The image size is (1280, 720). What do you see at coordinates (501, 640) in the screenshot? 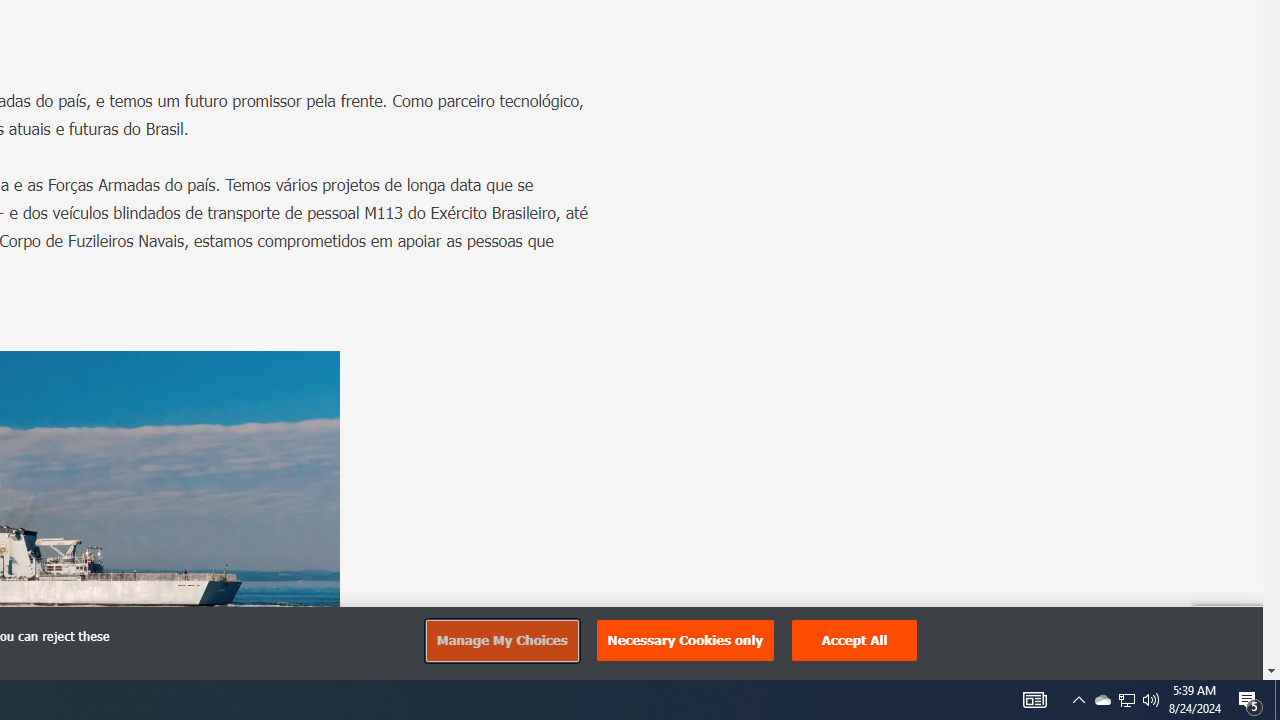
I see `'Manage My Choices'` at bounding box center [501, 640].